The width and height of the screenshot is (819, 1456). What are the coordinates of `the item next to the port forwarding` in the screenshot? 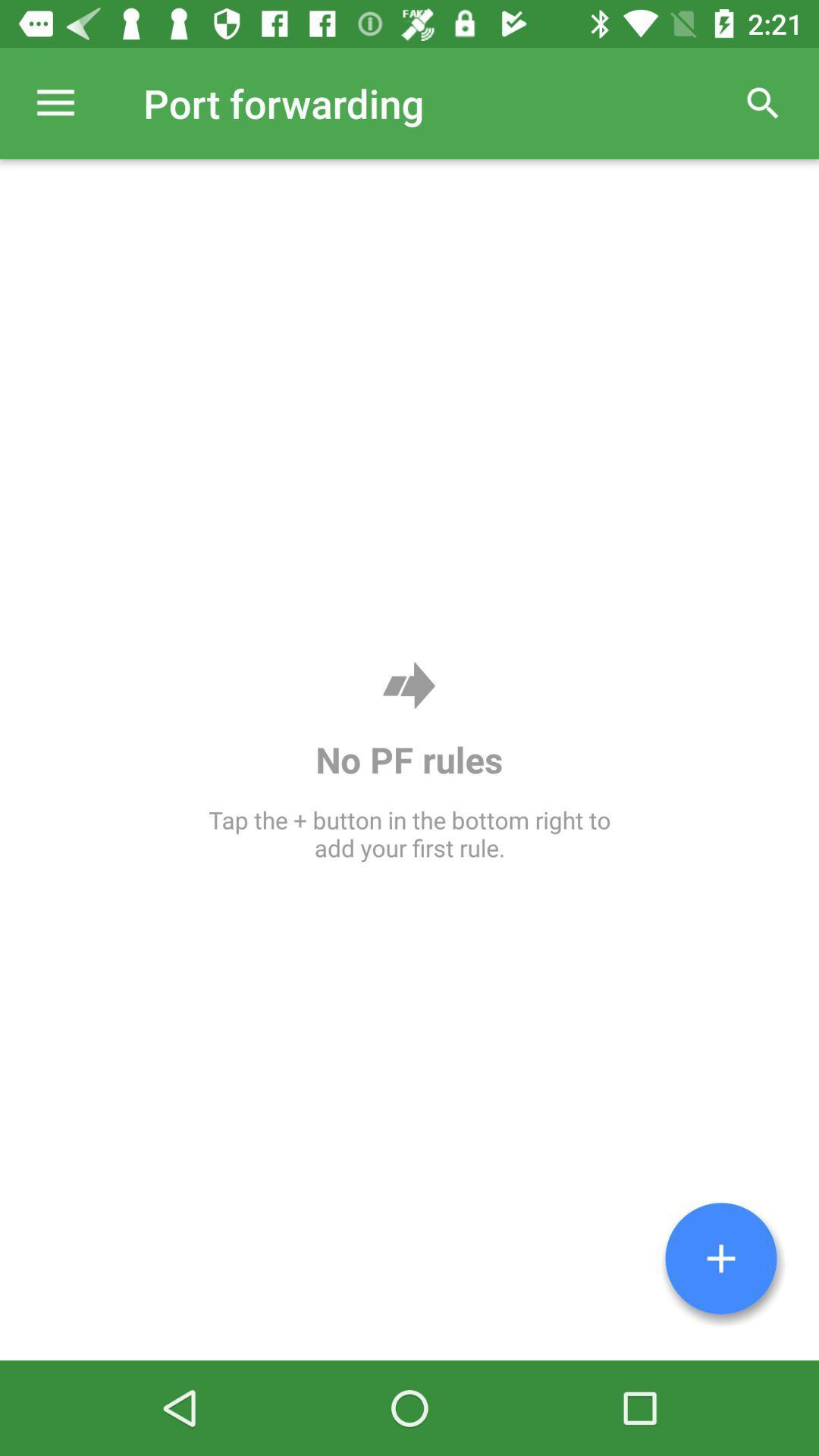 It's located at (763, 102).